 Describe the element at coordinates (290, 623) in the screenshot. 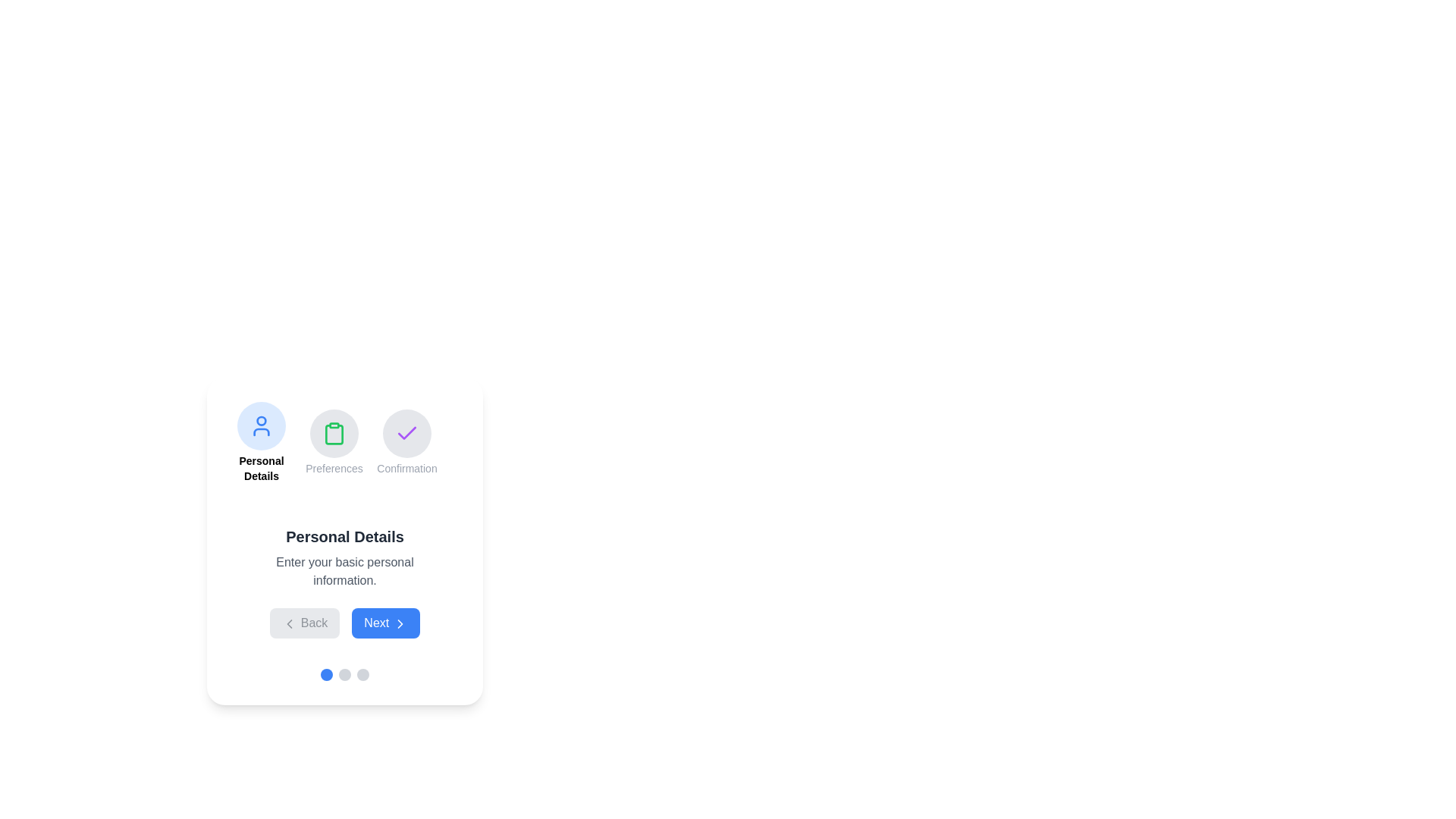

I see `the decorative chevron icon pointing to the left, which is located near the left edge of the 'Back' button` at that location.